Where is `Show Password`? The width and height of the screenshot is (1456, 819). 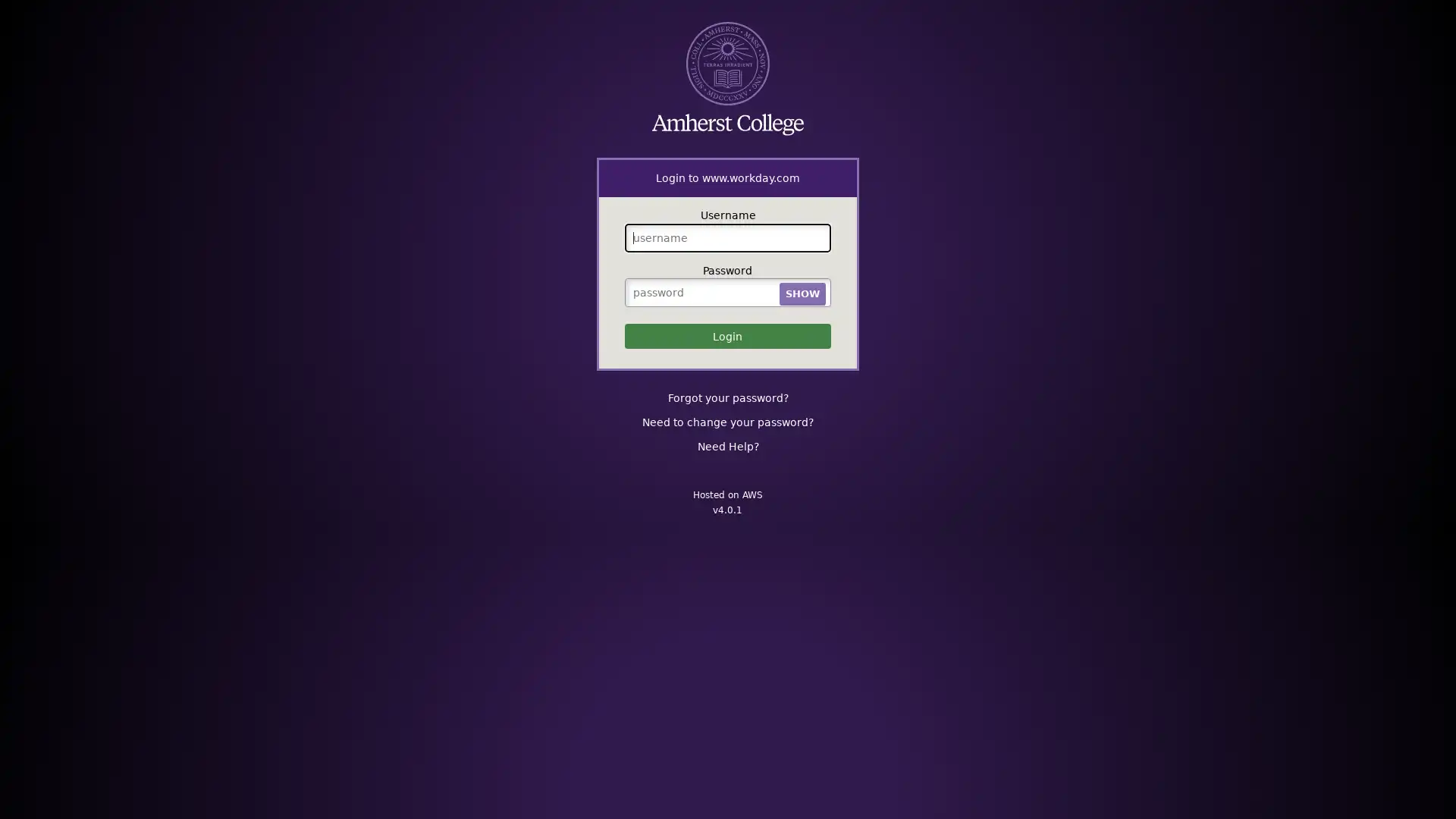
Show Password is located at coordinates (801, 293).